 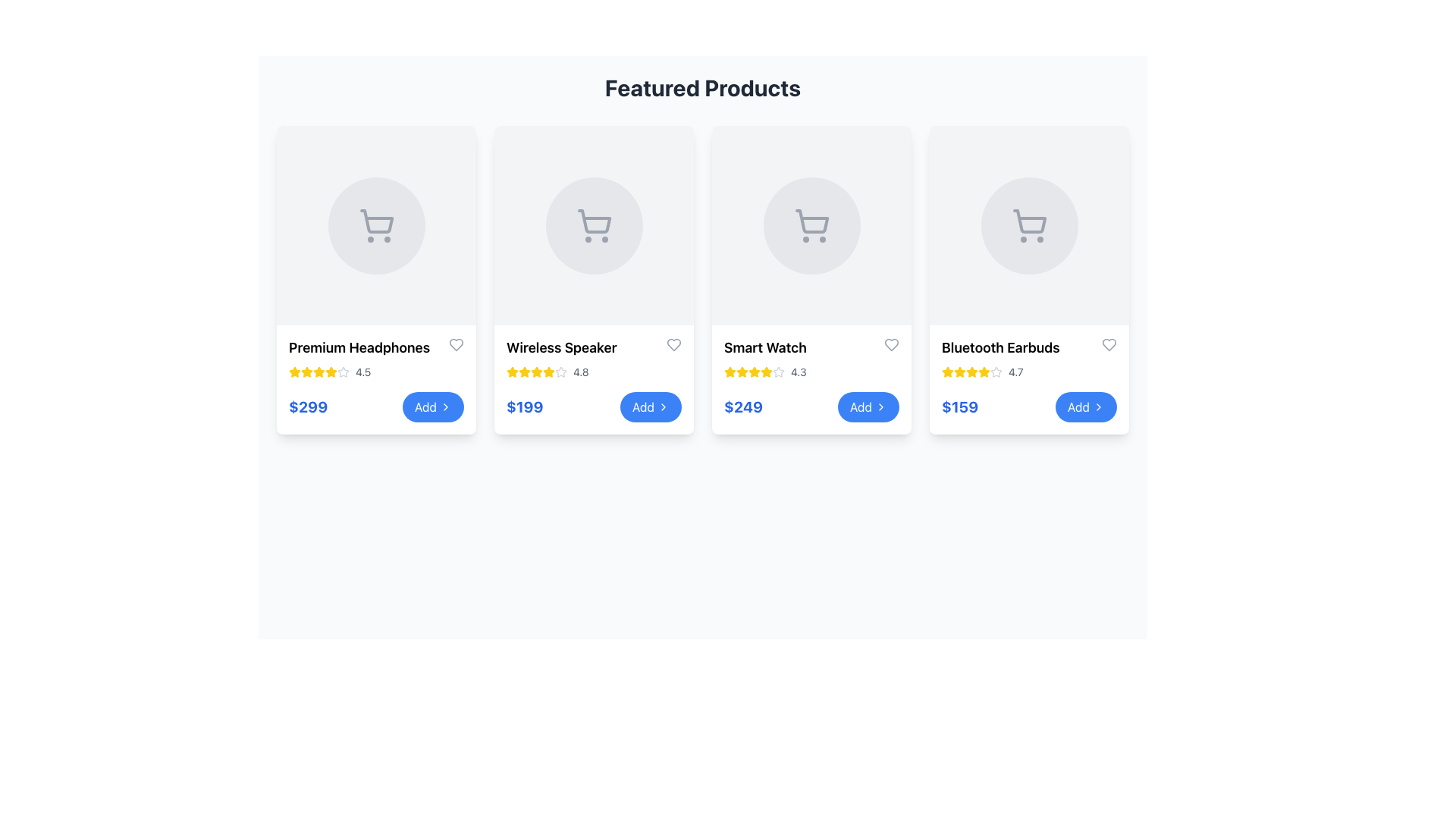 I want to click on the heart icon located on the 'Wireless Speaker' product card in the top-right corner, so click(x=673, y=345).